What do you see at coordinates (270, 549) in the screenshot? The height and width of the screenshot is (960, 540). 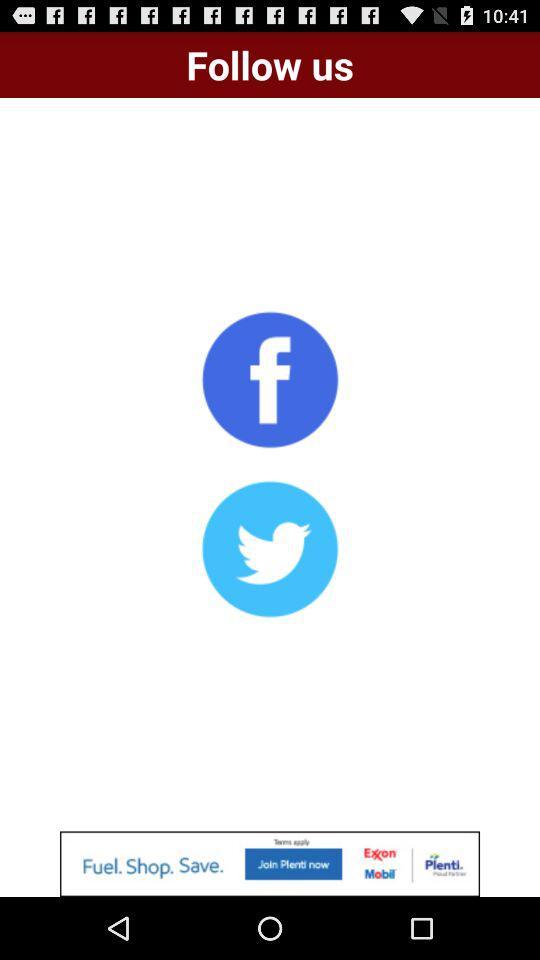 I see `shows twitter icon` at bounding box center [270, 549].